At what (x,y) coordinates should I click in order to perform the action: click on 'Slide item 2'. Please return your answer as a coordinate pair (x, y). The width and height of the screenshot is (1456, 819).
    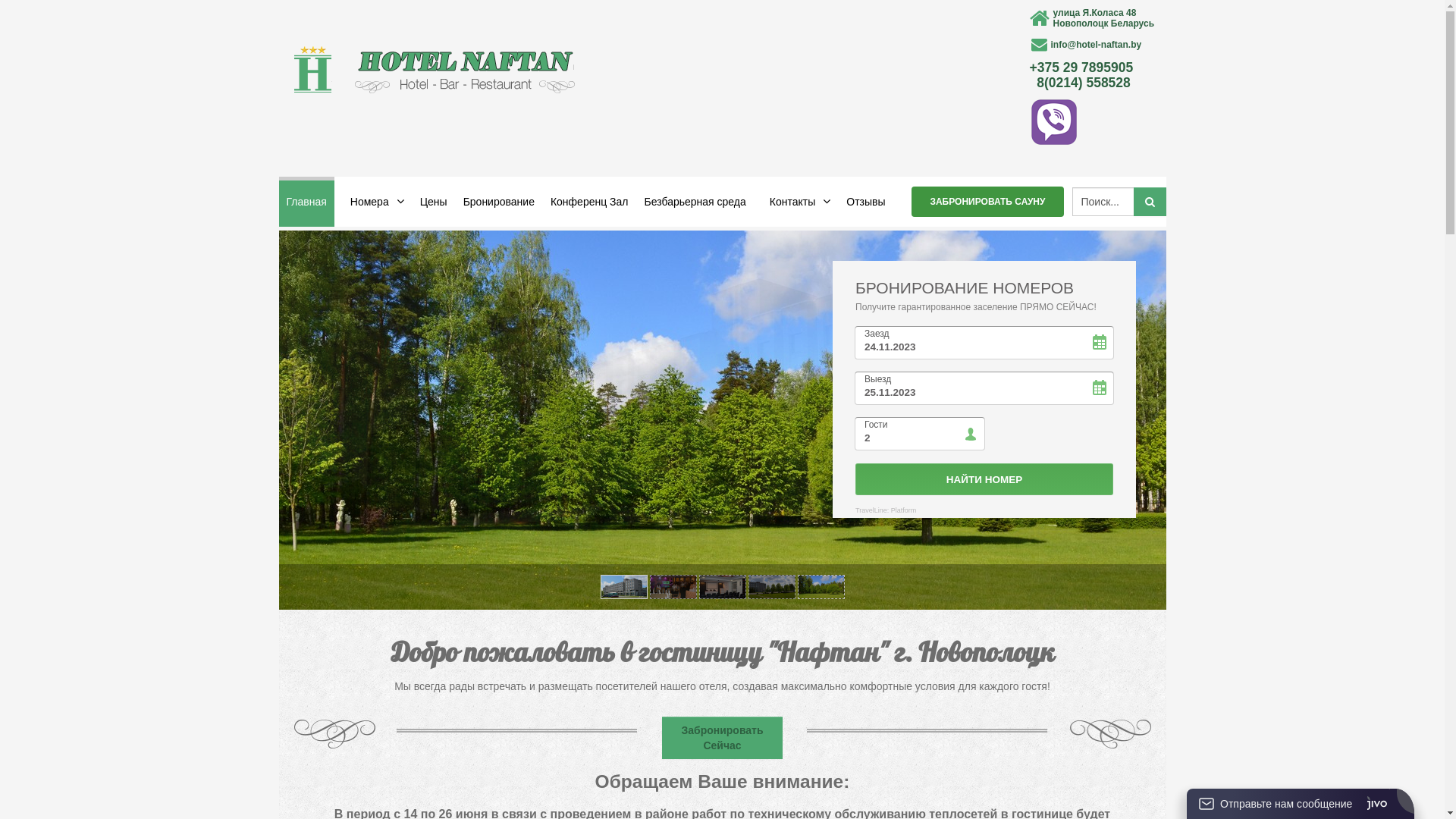
    Looking at the image, I should click on (673, 586).